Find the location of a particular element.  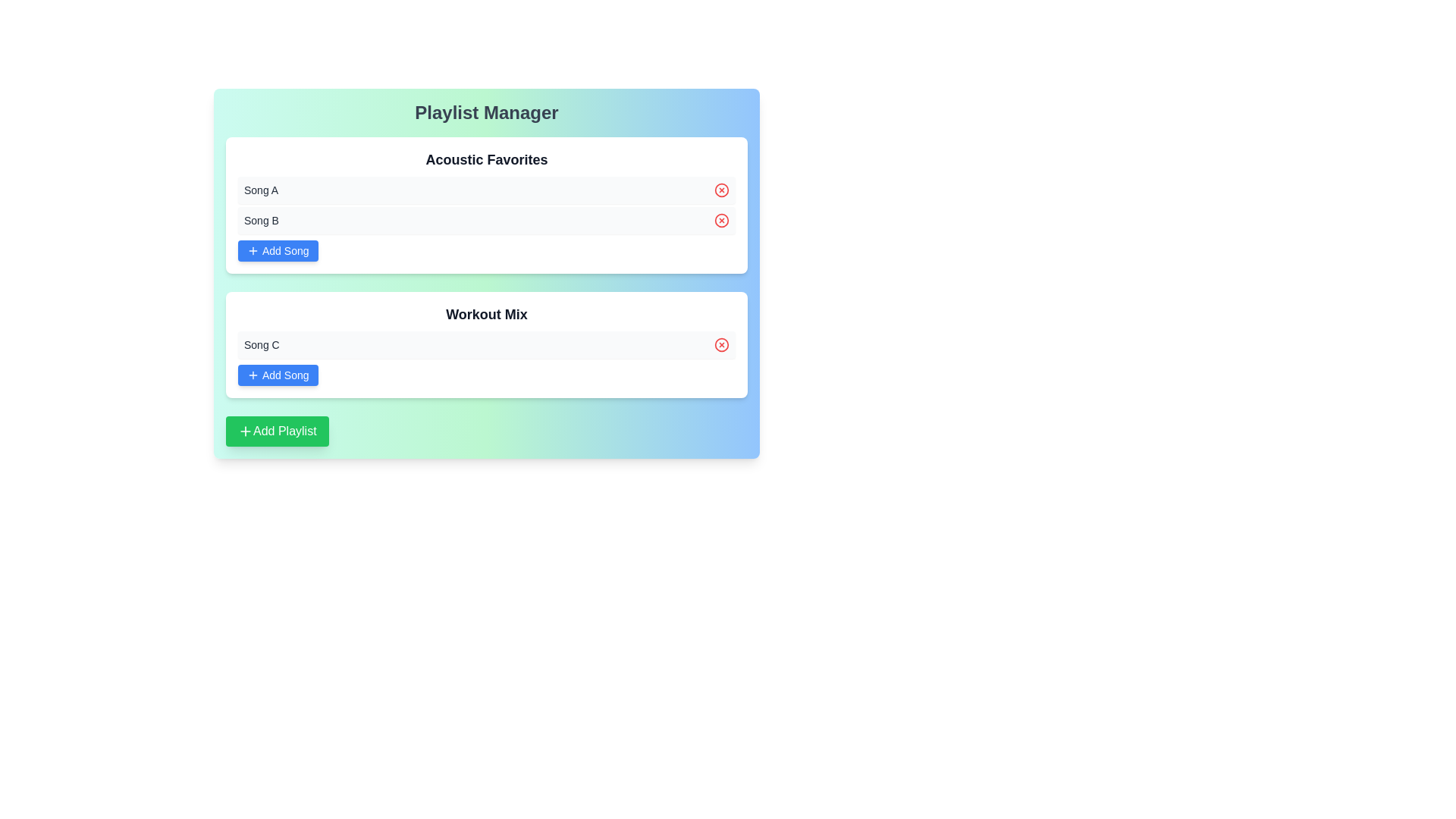

the 'Add Song' button located in the lower section of the 'Workout Mix' card, which has a blue background, white text, and a '+' icon is located at coordinates (278, 375).